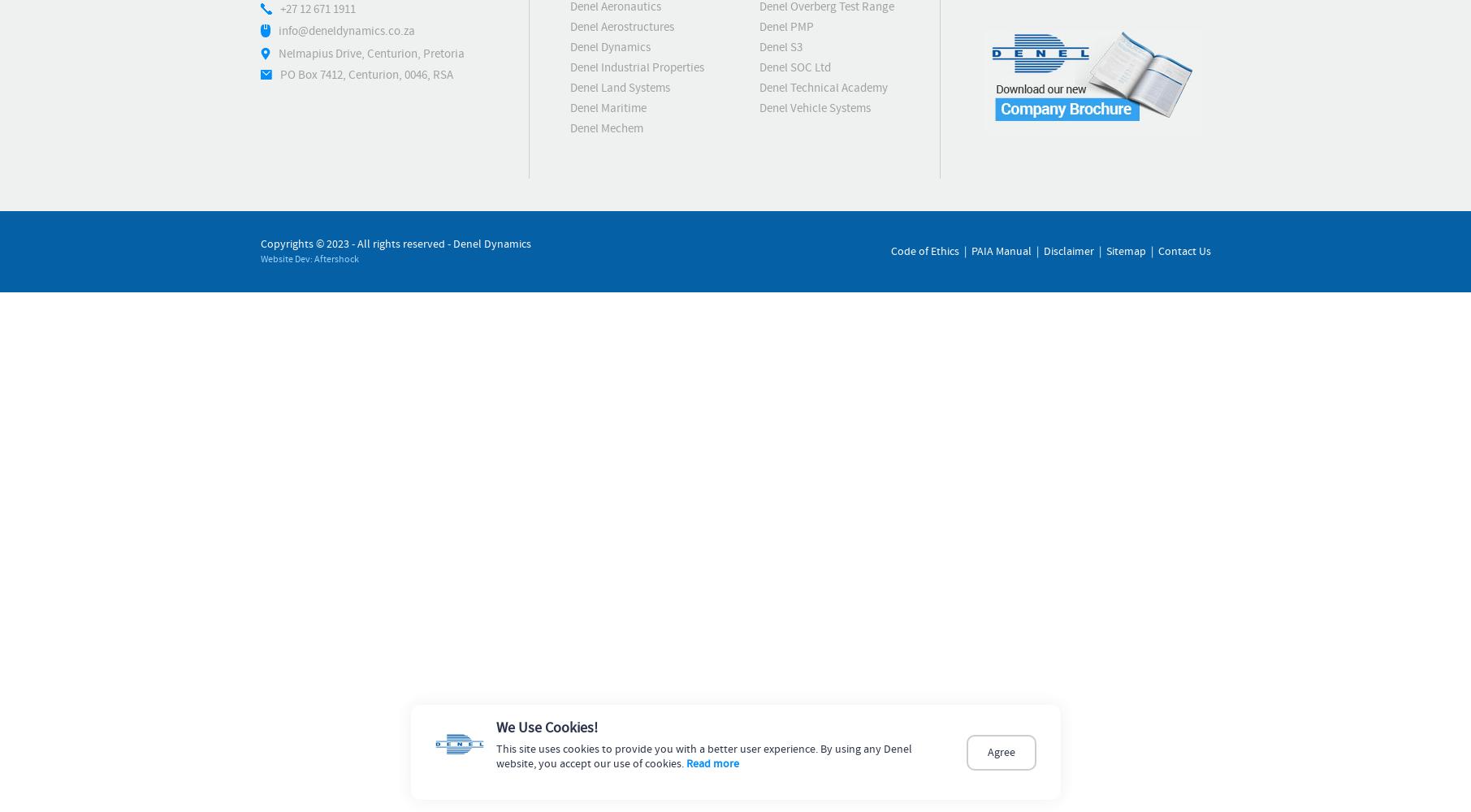 This screenshot has width=1471, height=812. I want to click on 'This site uses cookies to provide you with a better user experience. By using any Denel website,
              you accept our use of cookies.', so click(703, 757).